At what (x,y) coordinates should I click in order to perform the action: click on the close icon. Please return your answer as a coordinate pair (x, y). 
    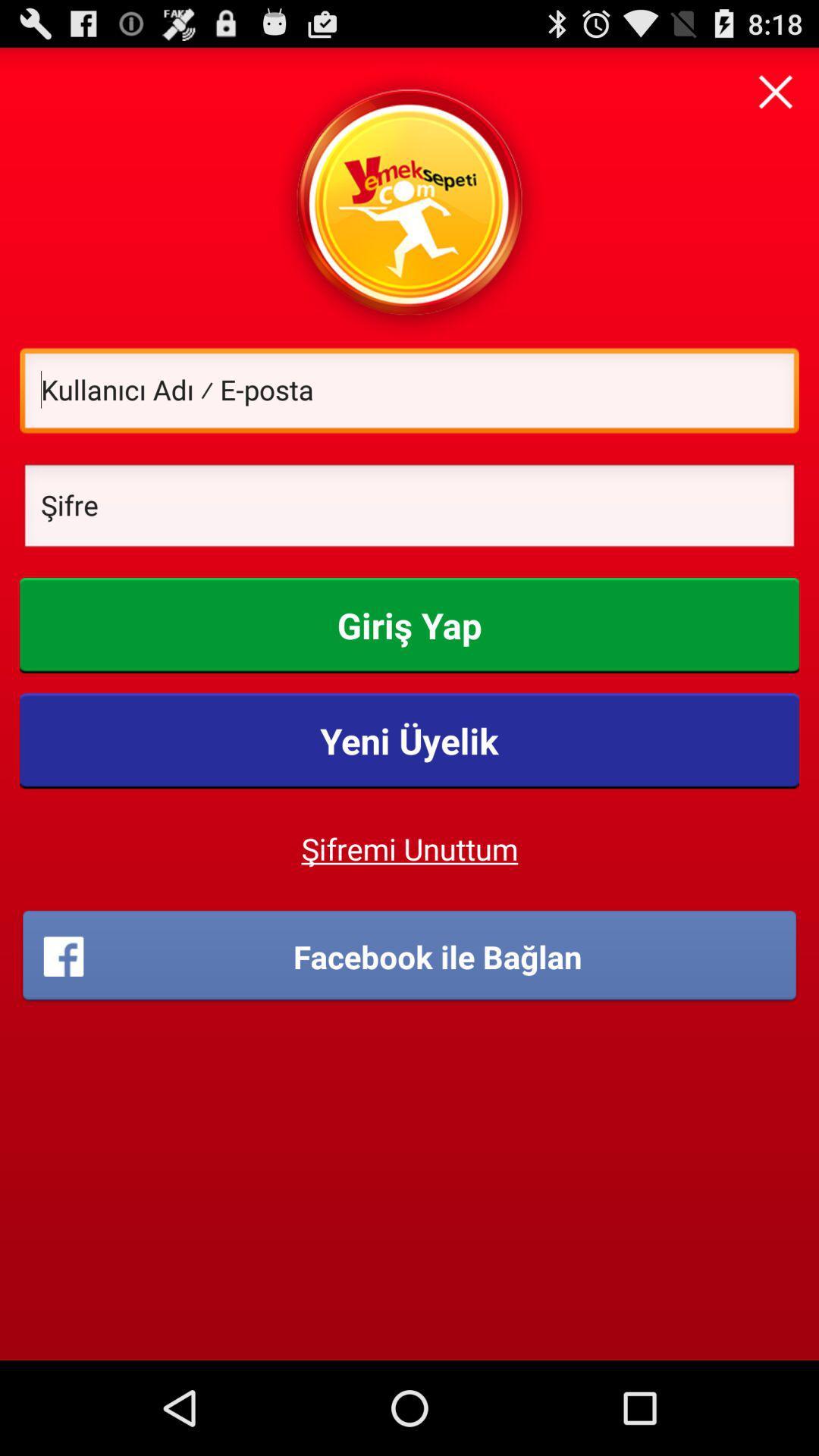
    Looking at the image, I should click on (775, 97).